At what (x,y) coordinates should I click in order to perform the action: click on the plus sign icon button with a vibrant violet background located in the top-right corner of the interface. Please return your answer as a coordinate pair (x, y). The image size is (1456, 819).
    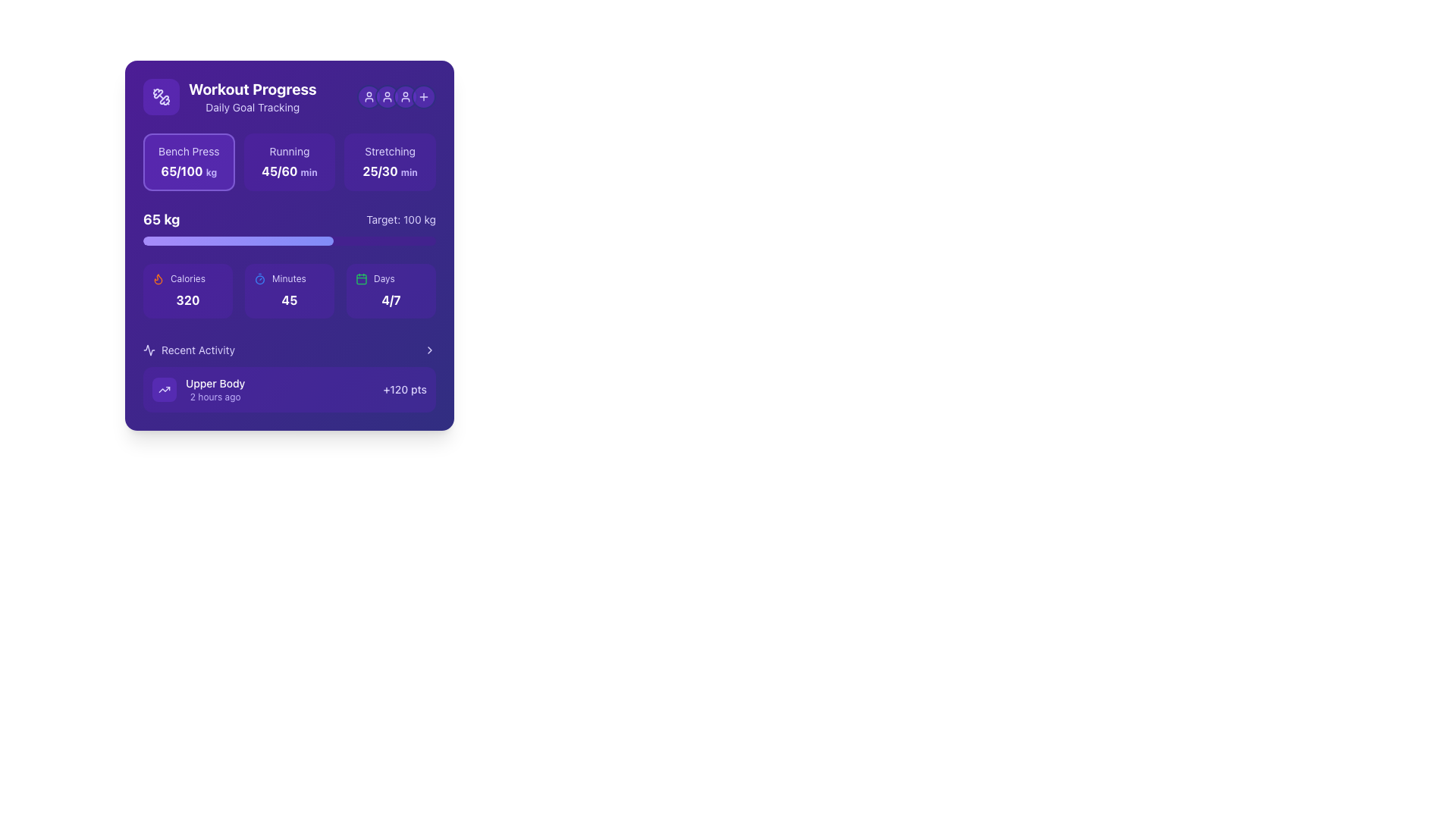
    Looking at the image, I should click on (423, 96).